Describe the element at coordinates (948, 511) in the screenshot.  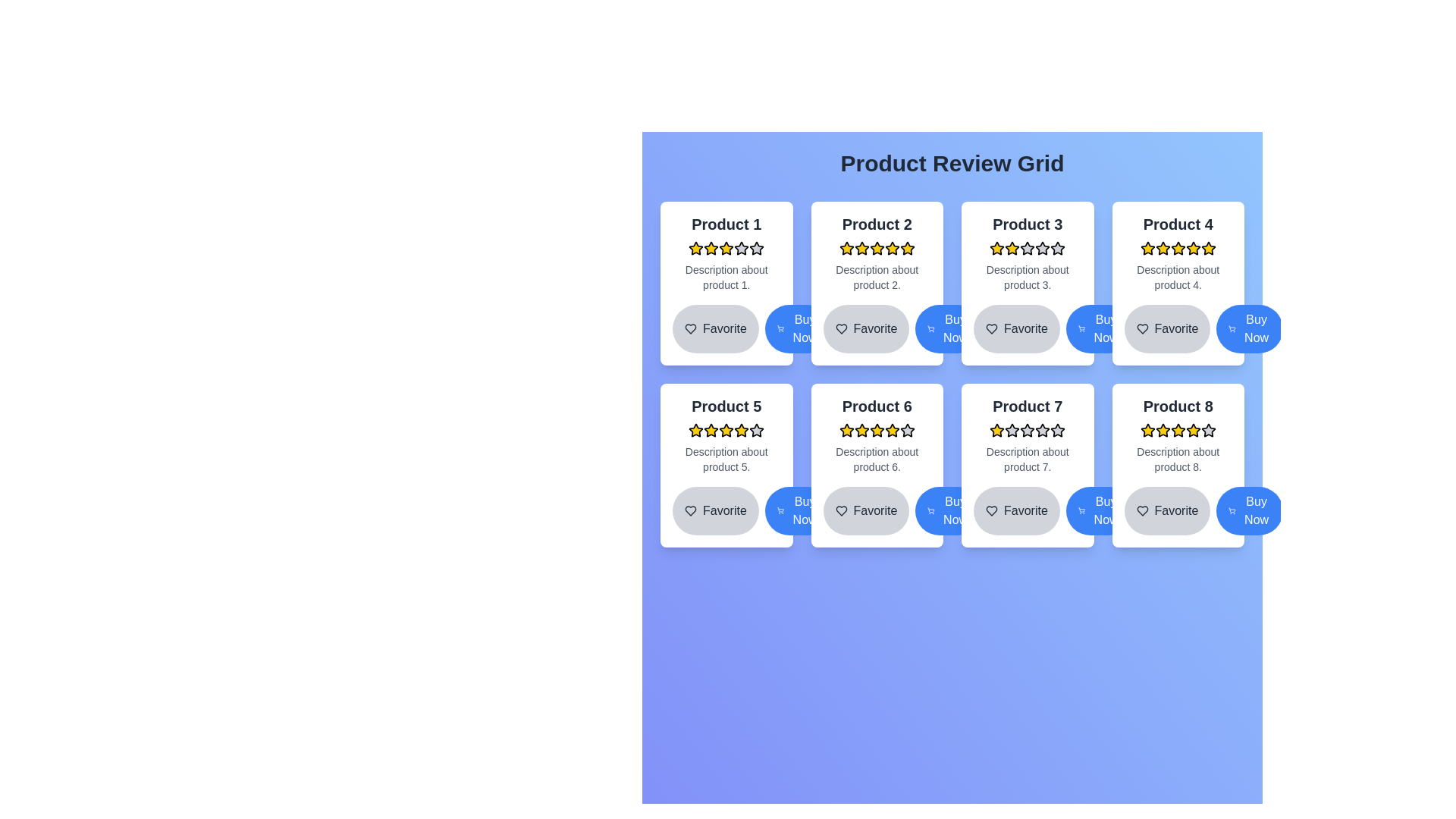
I see `the 'Buy Now' button, a rounded rectangular button with a blue background and white text, to initiate the purchase process` at that location.